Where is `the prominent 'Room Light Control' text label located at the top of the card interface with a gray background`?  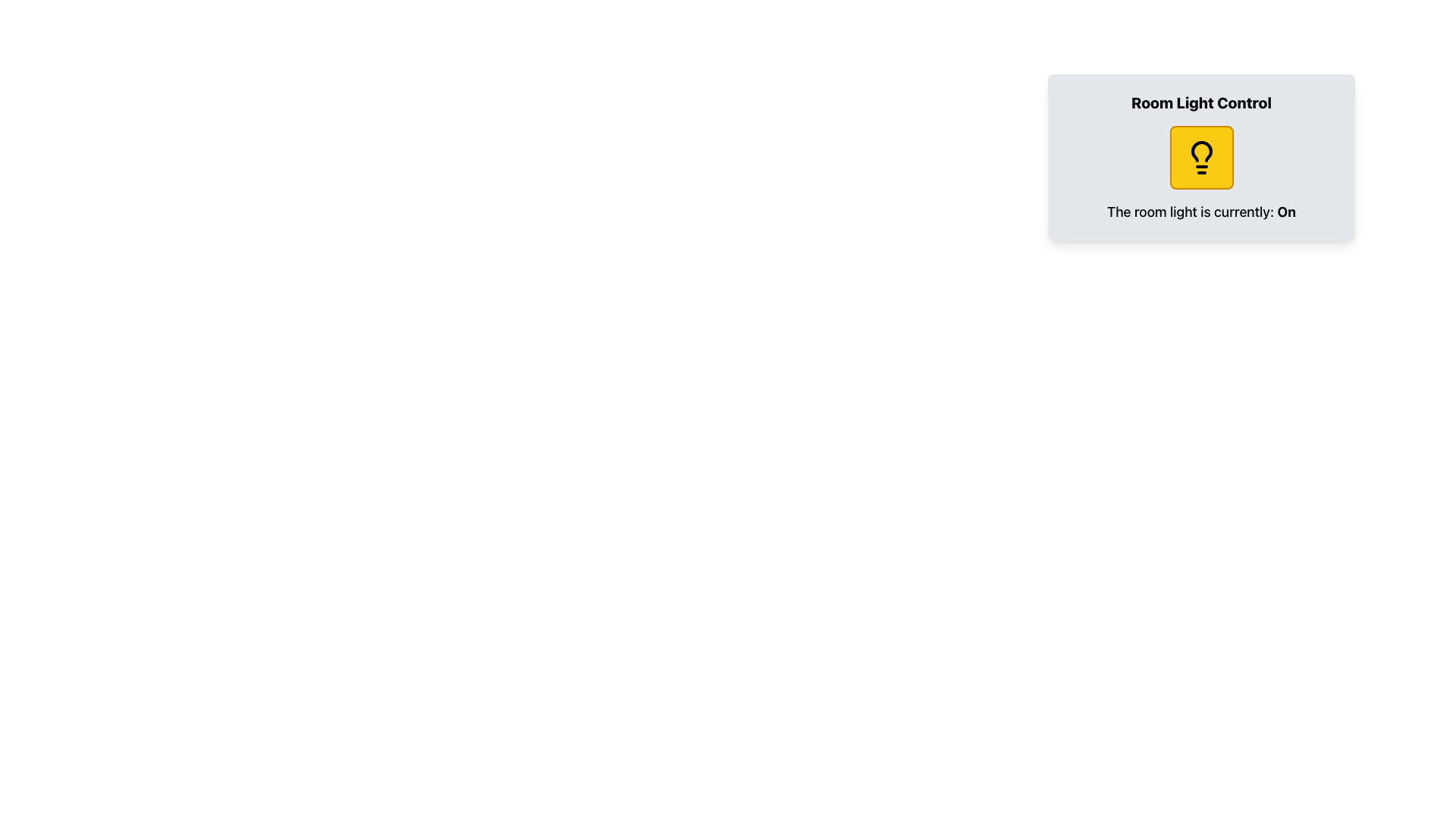
the prominent 'Room Light Control' text label located at the top of the card interface with a gray background is located at coordinates (1200, 102).